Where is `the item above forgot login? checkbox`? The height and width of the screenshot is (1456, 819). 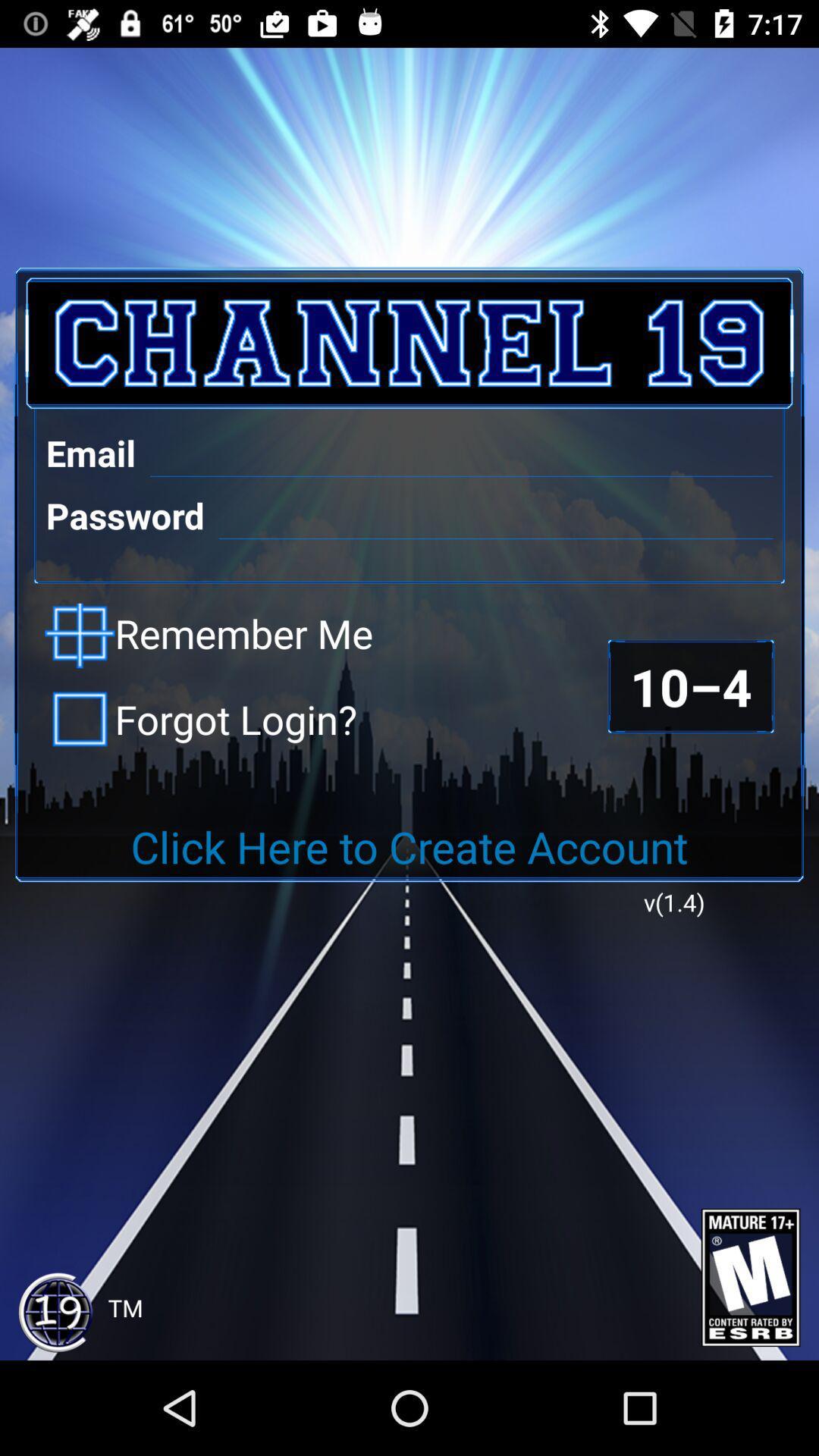 the item above forgot login? checkbox is located at coordinates (209, 635).